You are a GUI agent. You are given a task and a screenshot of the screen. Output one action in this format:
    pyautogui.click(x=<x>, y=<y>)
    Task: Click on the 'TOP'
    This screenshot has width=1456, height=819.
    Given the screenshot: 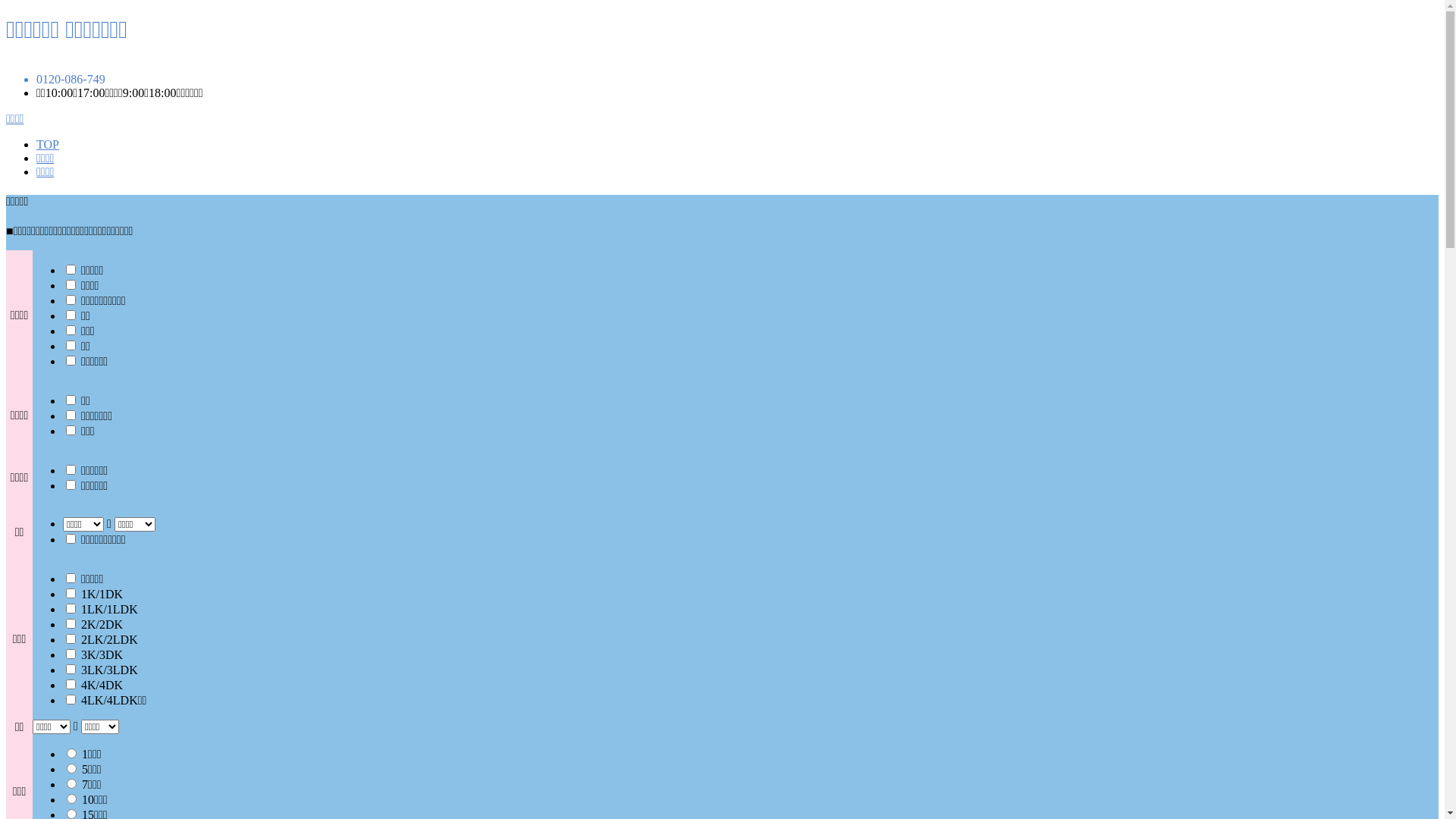 What is the action you would take?
    pyautogui.click(x=47, y=144)
    